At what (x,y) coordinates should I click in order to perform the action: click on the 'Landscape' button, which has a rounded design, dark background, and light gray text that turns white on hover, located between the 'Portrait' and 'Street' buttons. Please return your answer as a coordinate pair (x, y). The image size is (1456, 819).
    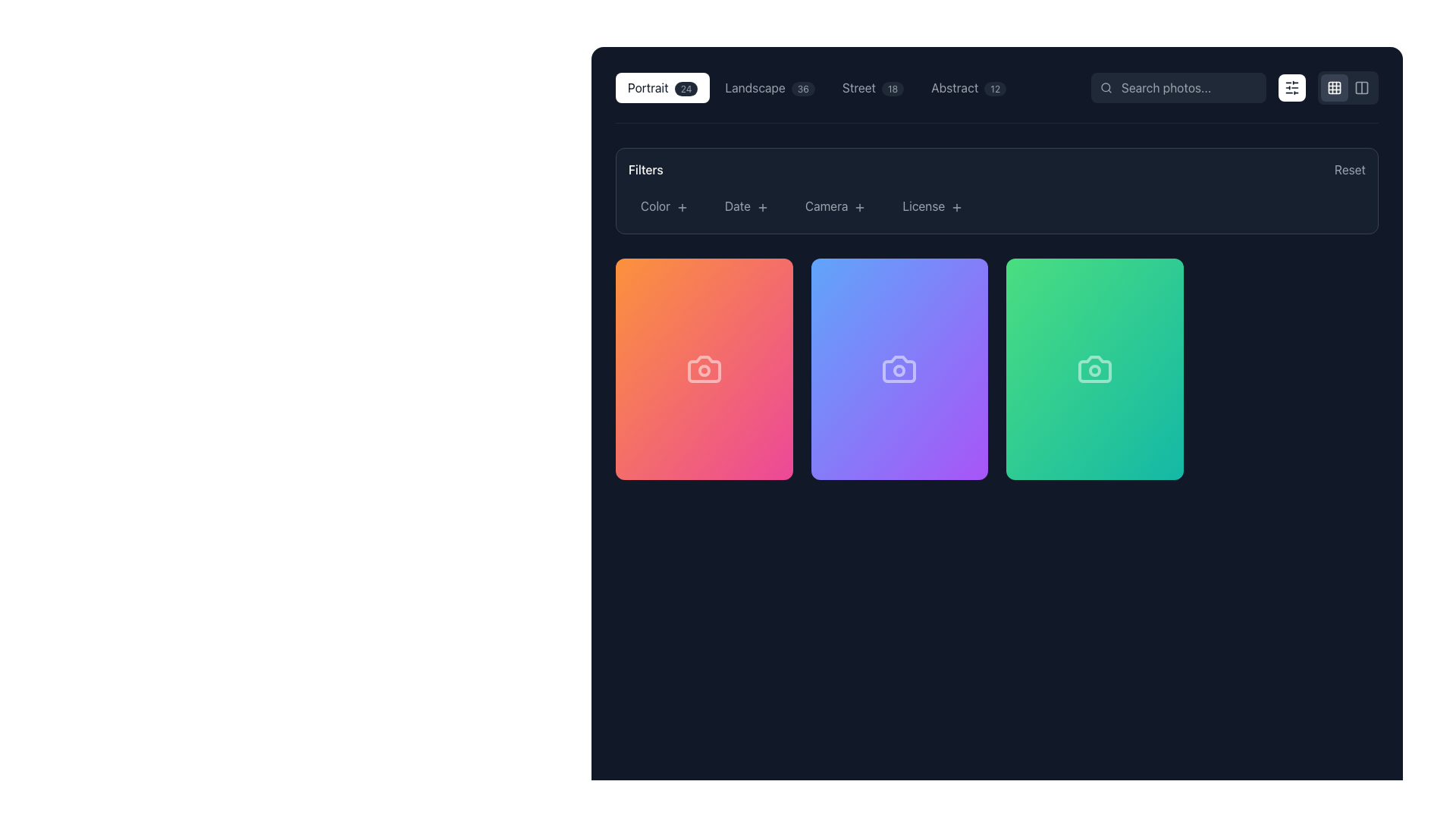
    Looking at the image, I should click on (770, 87).